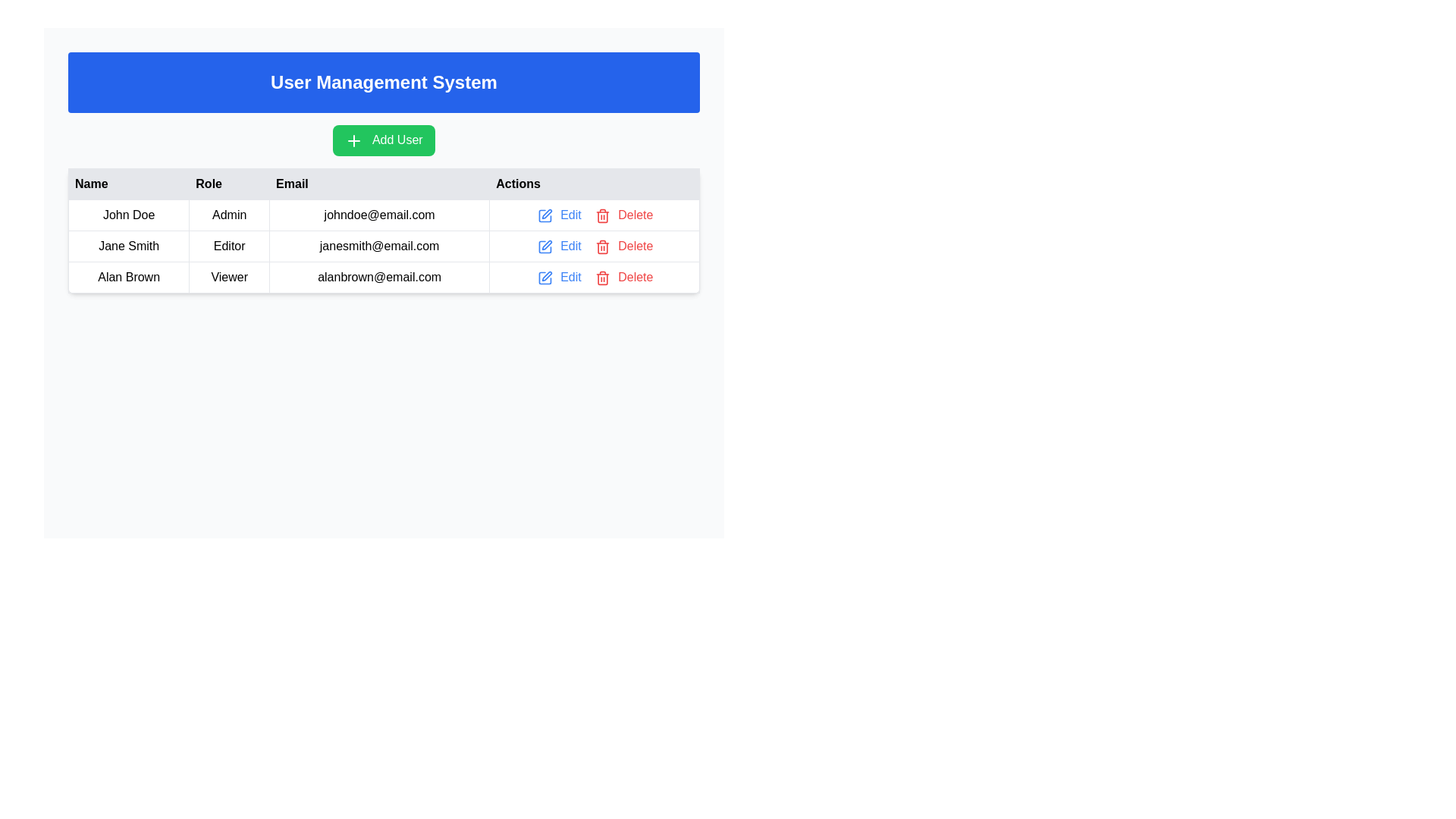  What do you see at coordinates (594, 245) in the screenshot?
I see `the 'Edit' link located in the second row of the table under the 'Actions' column, following the email 'janesmith@email.com' and the role 'Editor', to modify the user details` at bounding box center [594, 245].